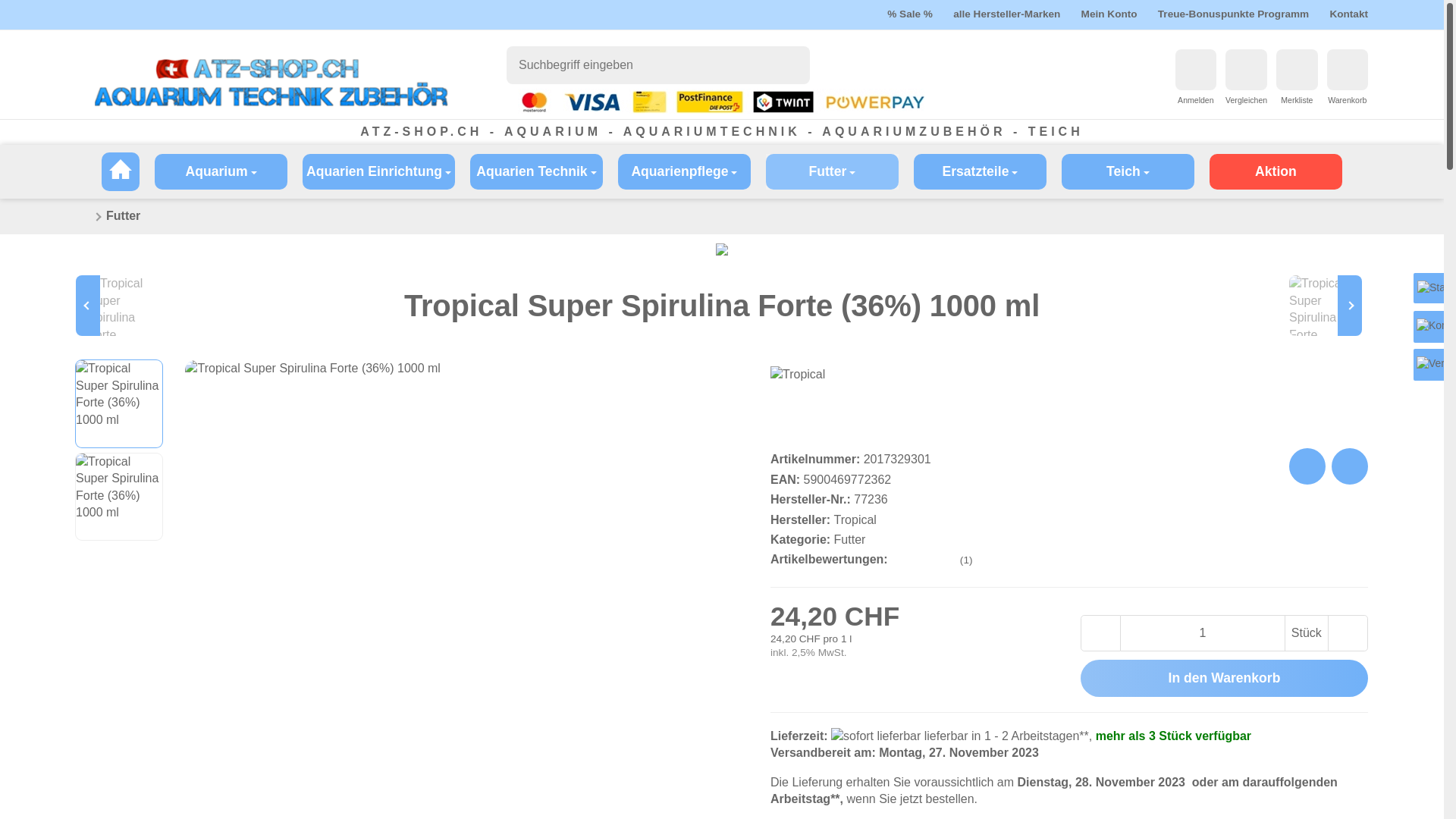 The height and width of the screenshot is (819, 1456). Describe the element at coordinates (1275, 171) in the screenshot. I see `'Aktion'` at that location.